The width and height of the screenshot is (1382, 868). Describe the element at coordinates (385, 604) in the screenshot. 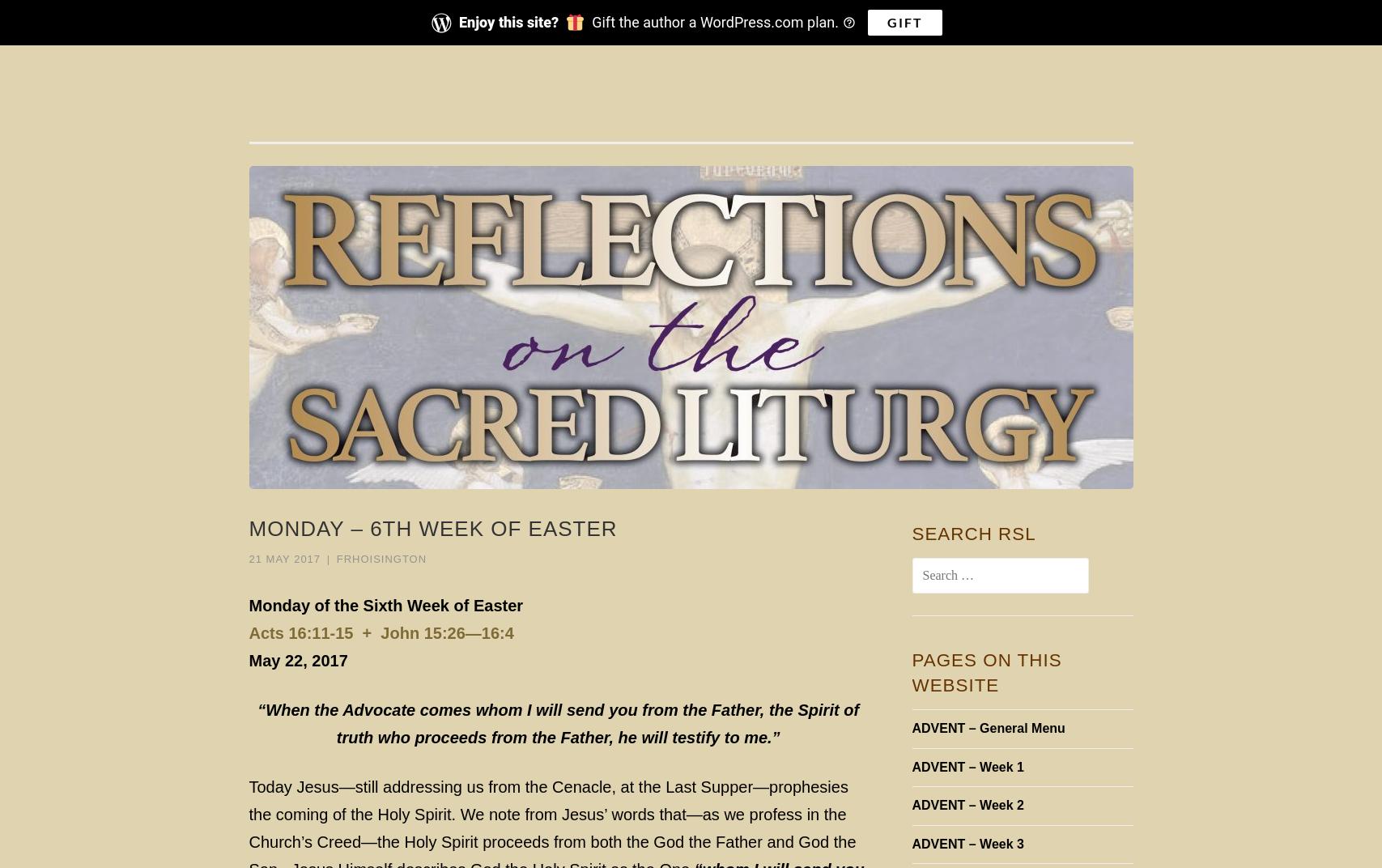

I see `'Monday of the Sixth Week of Easter'` at that location.